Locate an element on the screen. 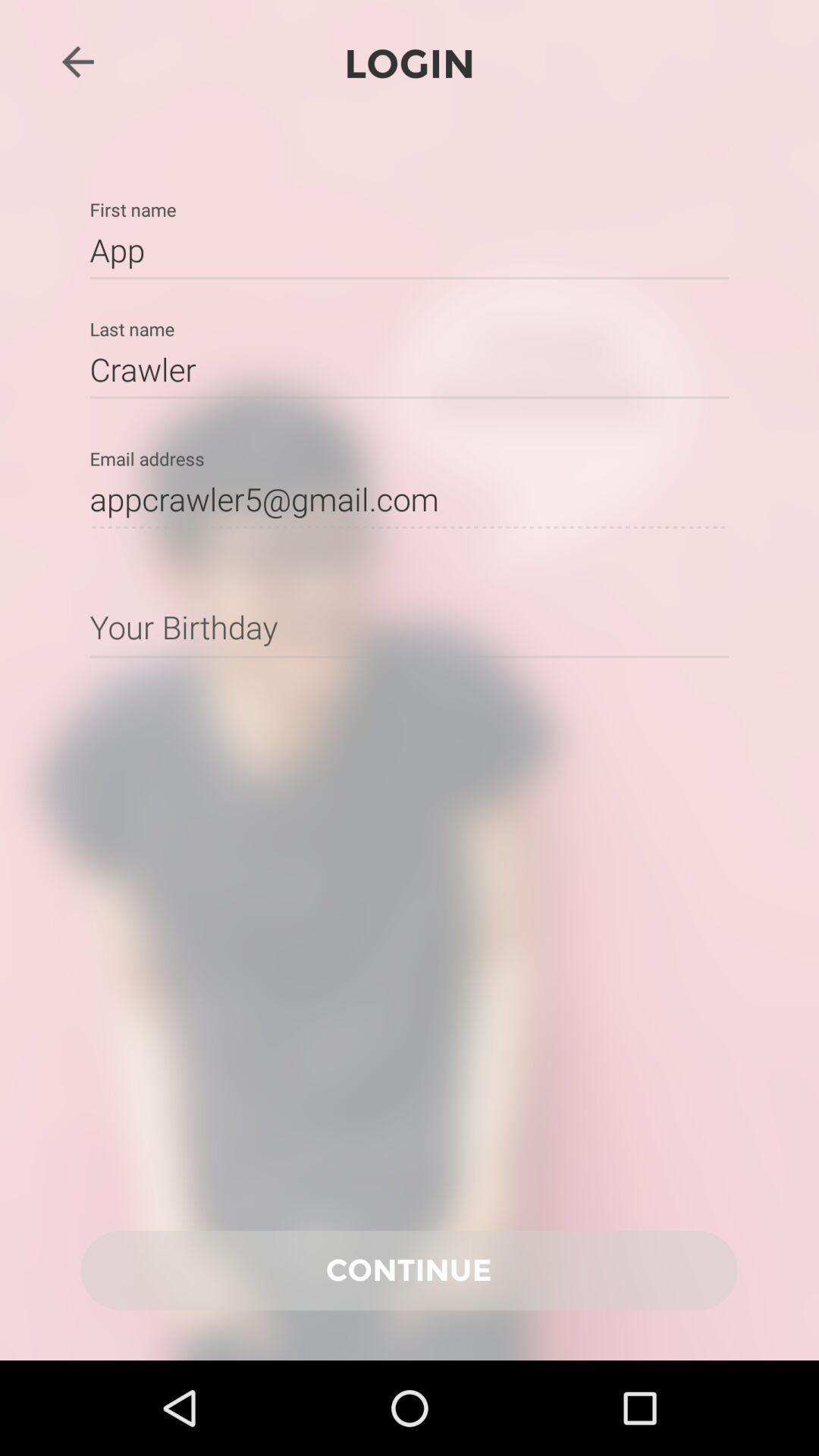  a select option is located at coordinates (409, 626).